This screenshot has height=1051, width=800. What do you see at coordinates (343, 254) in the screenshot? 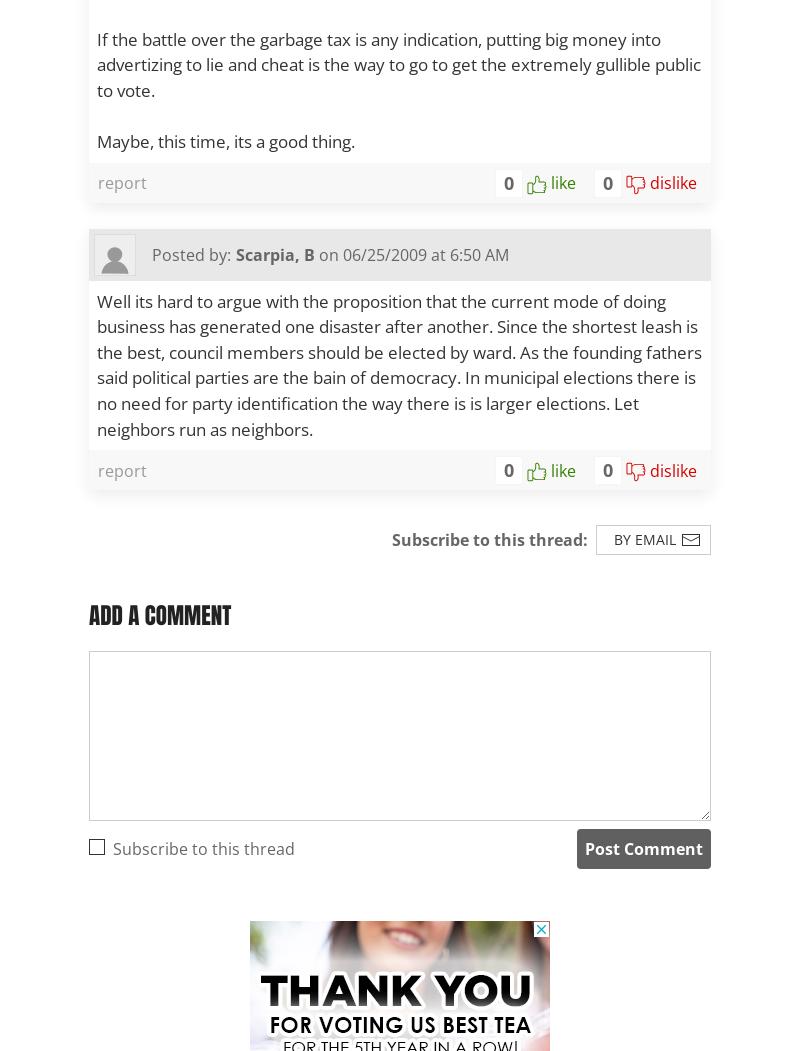
I see `'06/25/2009 at 6:50 AM'` at bounding box center [343, 254].